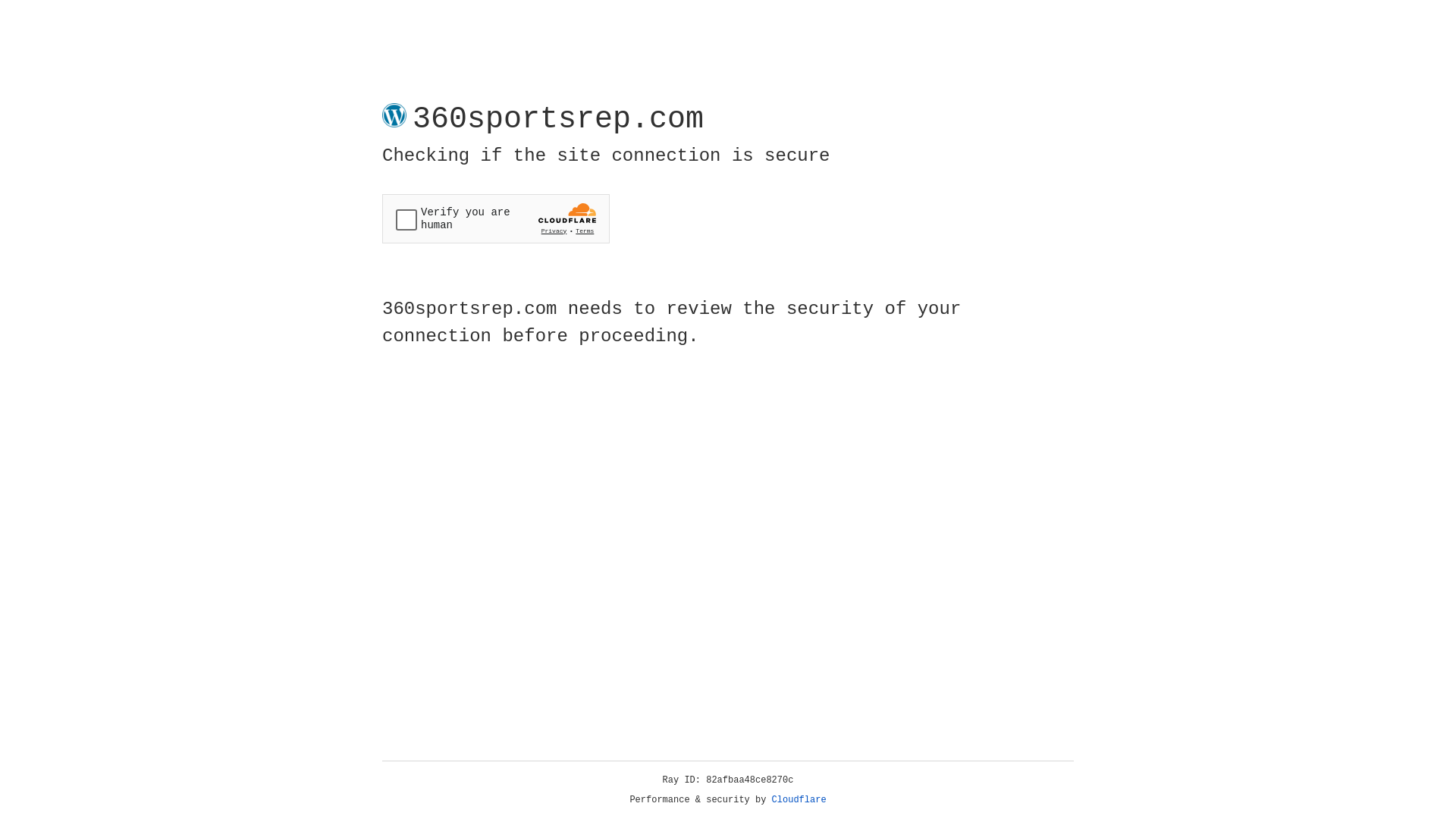 Image resolution: width=1456 pixels, height=819 pixels. What do you see at coordinates (799, 799) in the screenshot?
I see `'Cloudflare'` at bounding box center [799, 799].